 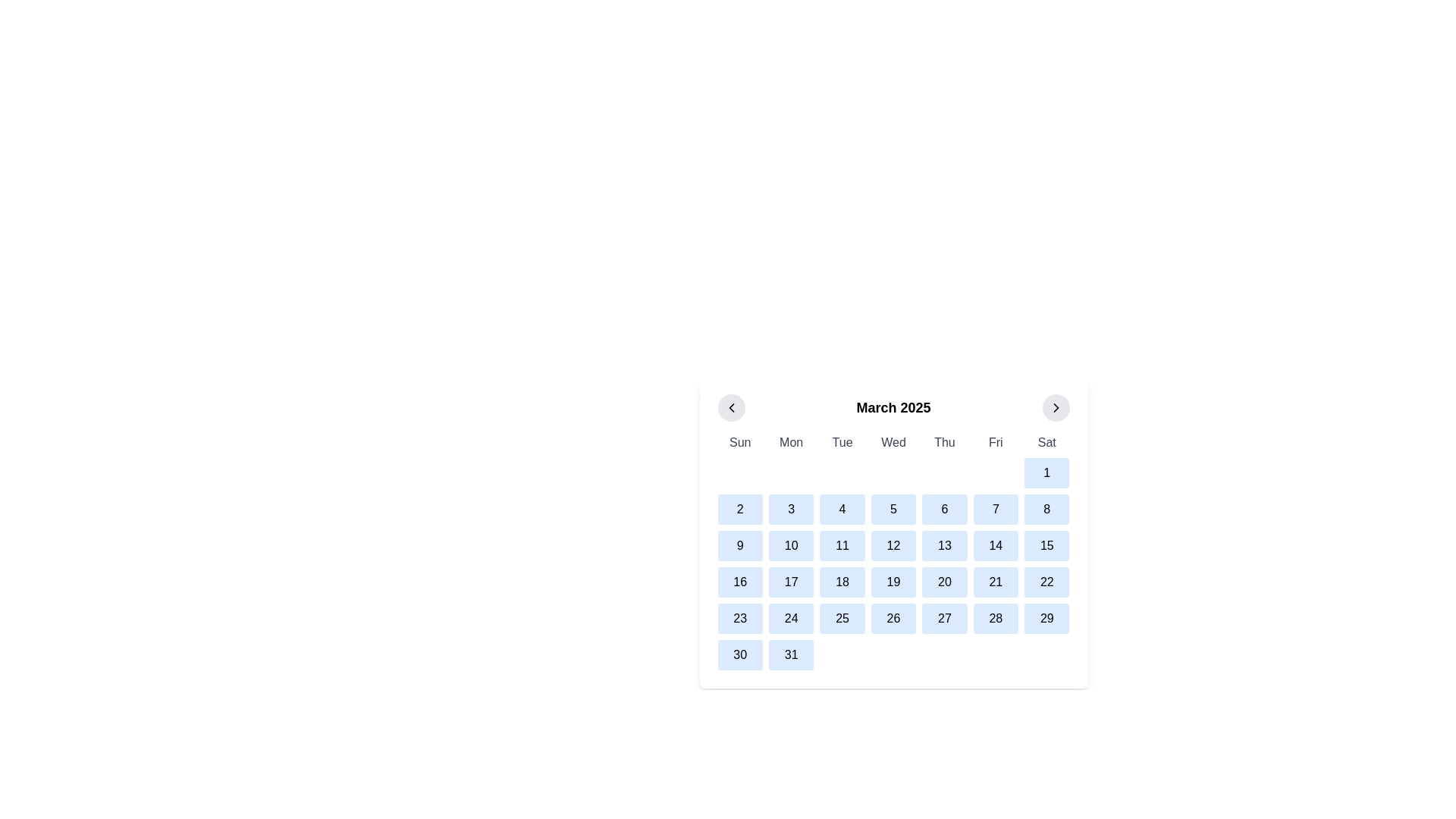 What do you see at coordinates (731, 406) in the screenshot?
I see `the button located to the left of the month title 'March 2025' in the calendar interface` at bounding box center [731, 406].